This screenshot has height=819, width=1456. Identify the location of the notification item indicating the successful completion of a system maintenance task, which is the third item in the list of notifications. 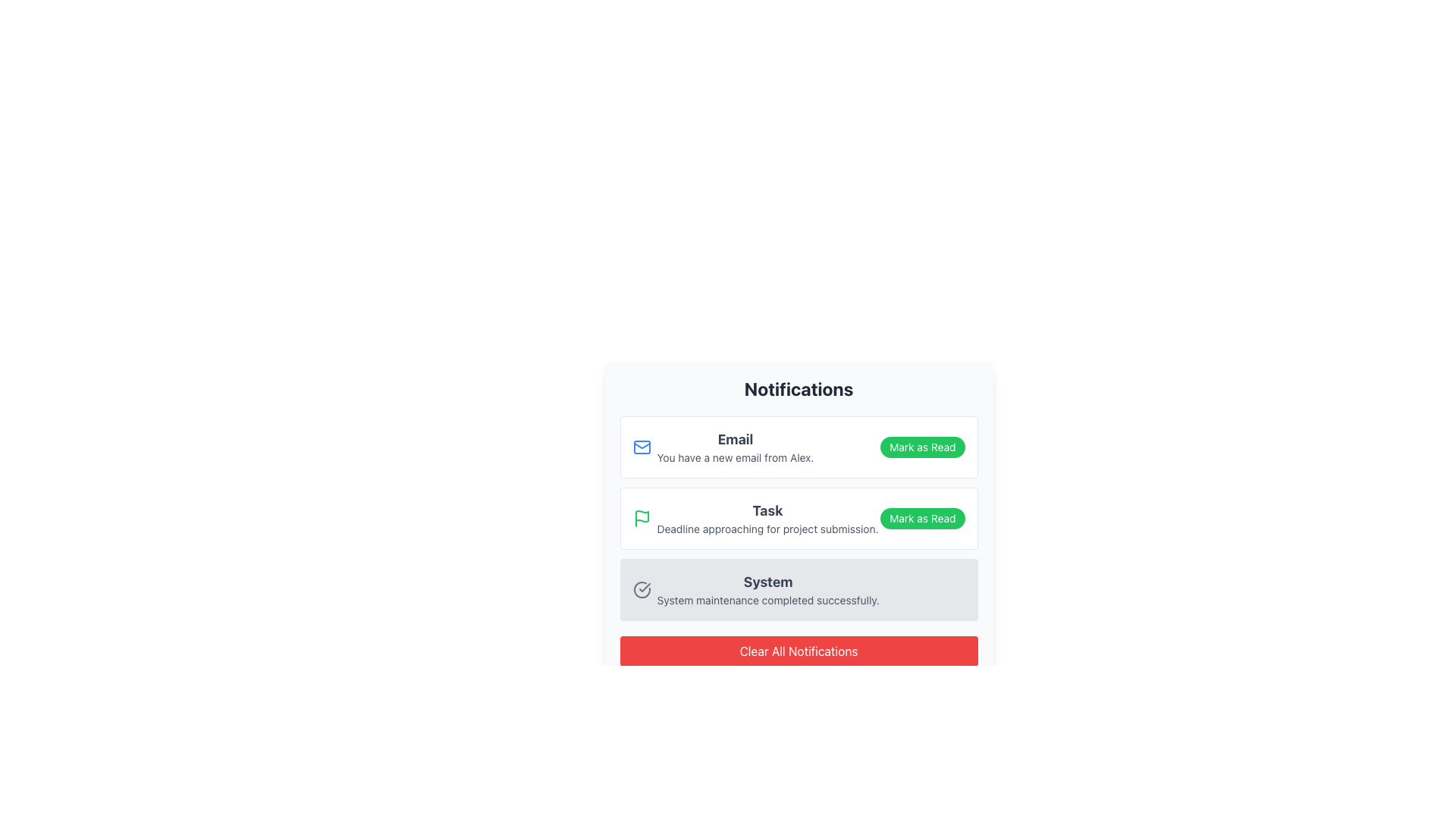
(798, 589).